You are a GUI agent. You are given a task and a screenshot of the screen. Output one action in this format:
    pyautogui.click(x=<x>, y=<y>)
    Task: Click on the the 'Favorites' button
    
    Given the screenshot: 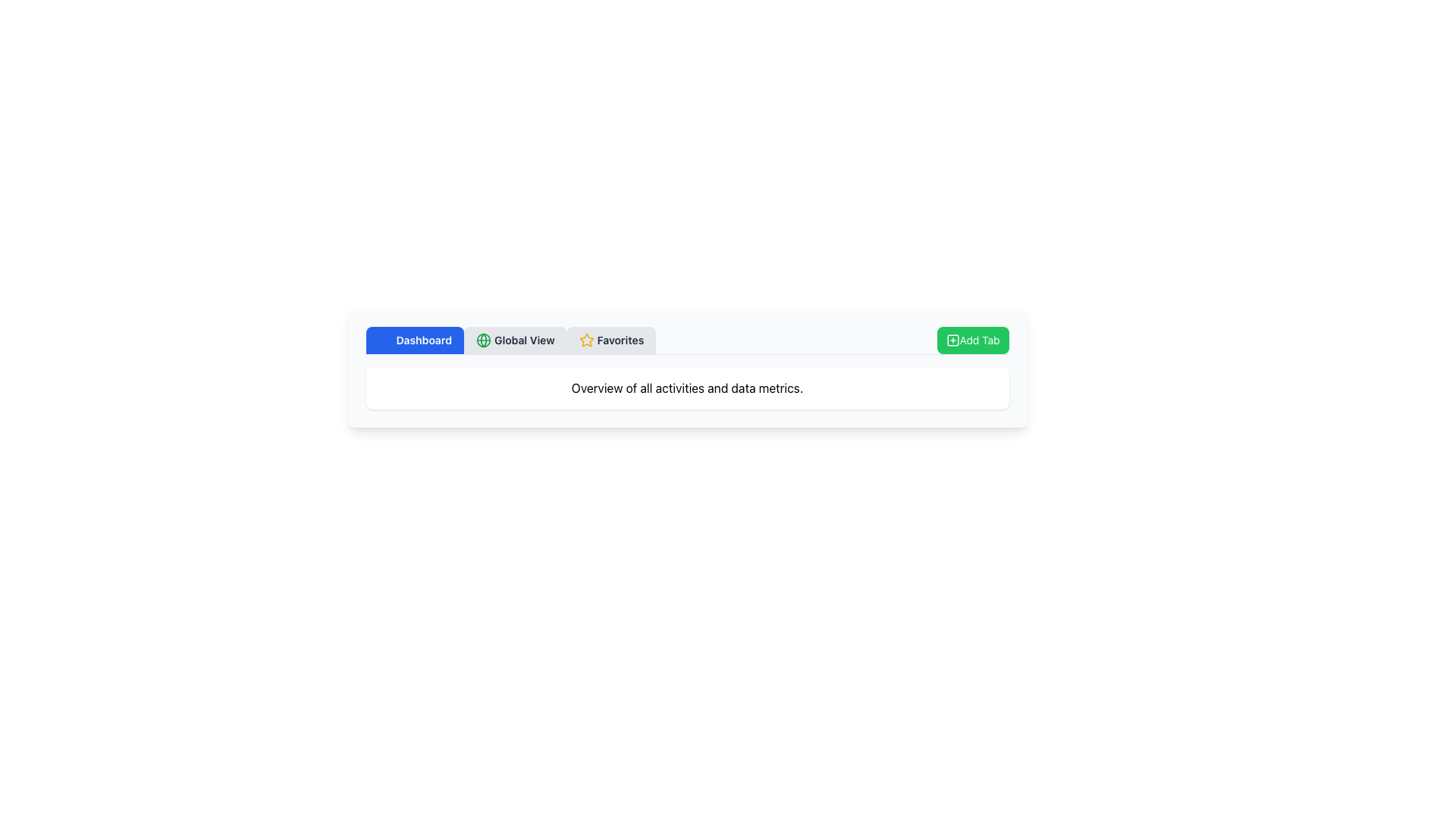 What is the action you would take?
    pyautogui.click(x=611, y=339)
    